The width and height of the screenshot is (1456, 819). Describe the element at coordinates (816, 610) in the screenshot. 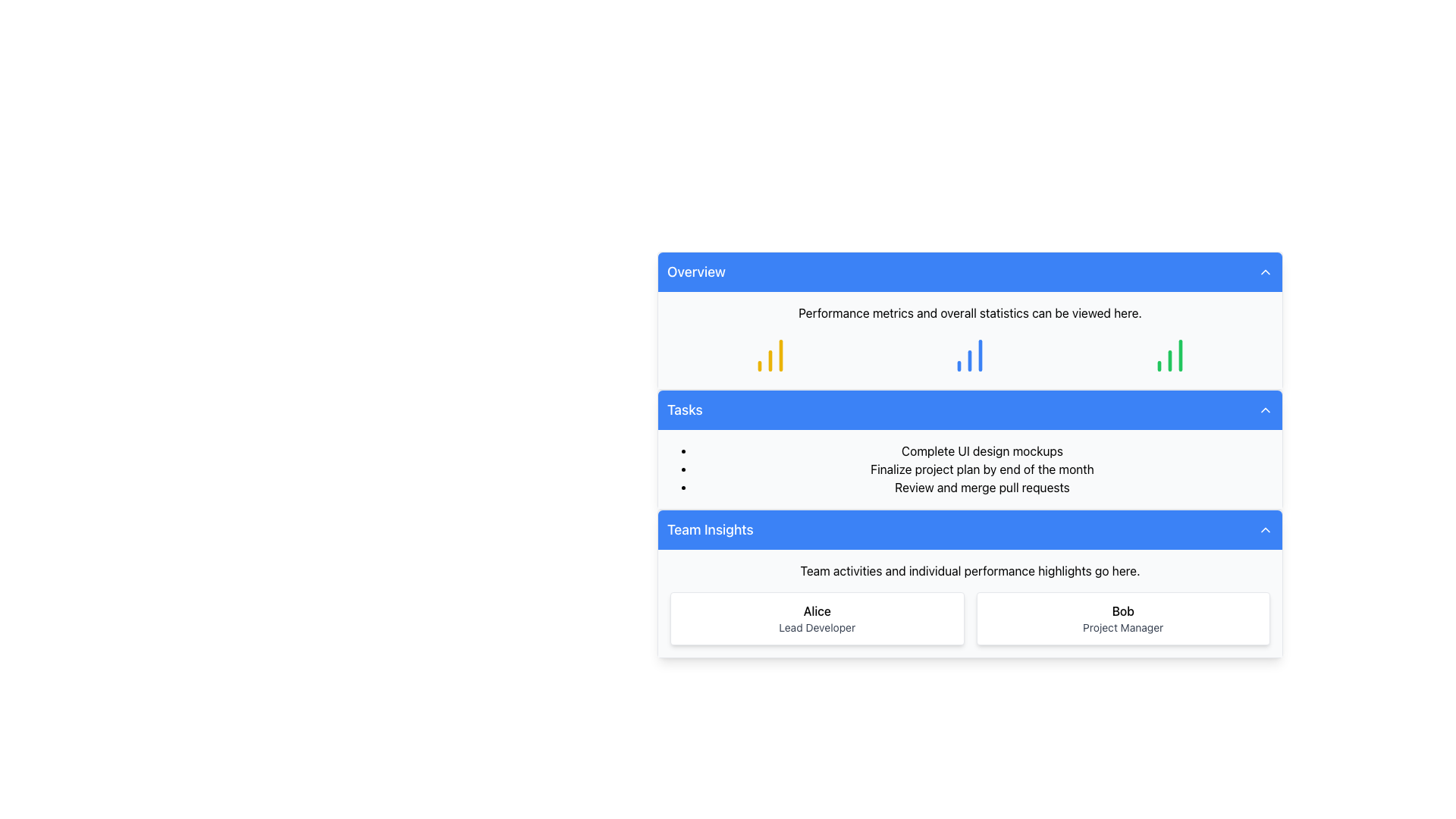

I see `the upper Text Label displaying the name of a user or team member in the 'Team Insights' section, which is located above the text 'Lead Developer'` at that location.